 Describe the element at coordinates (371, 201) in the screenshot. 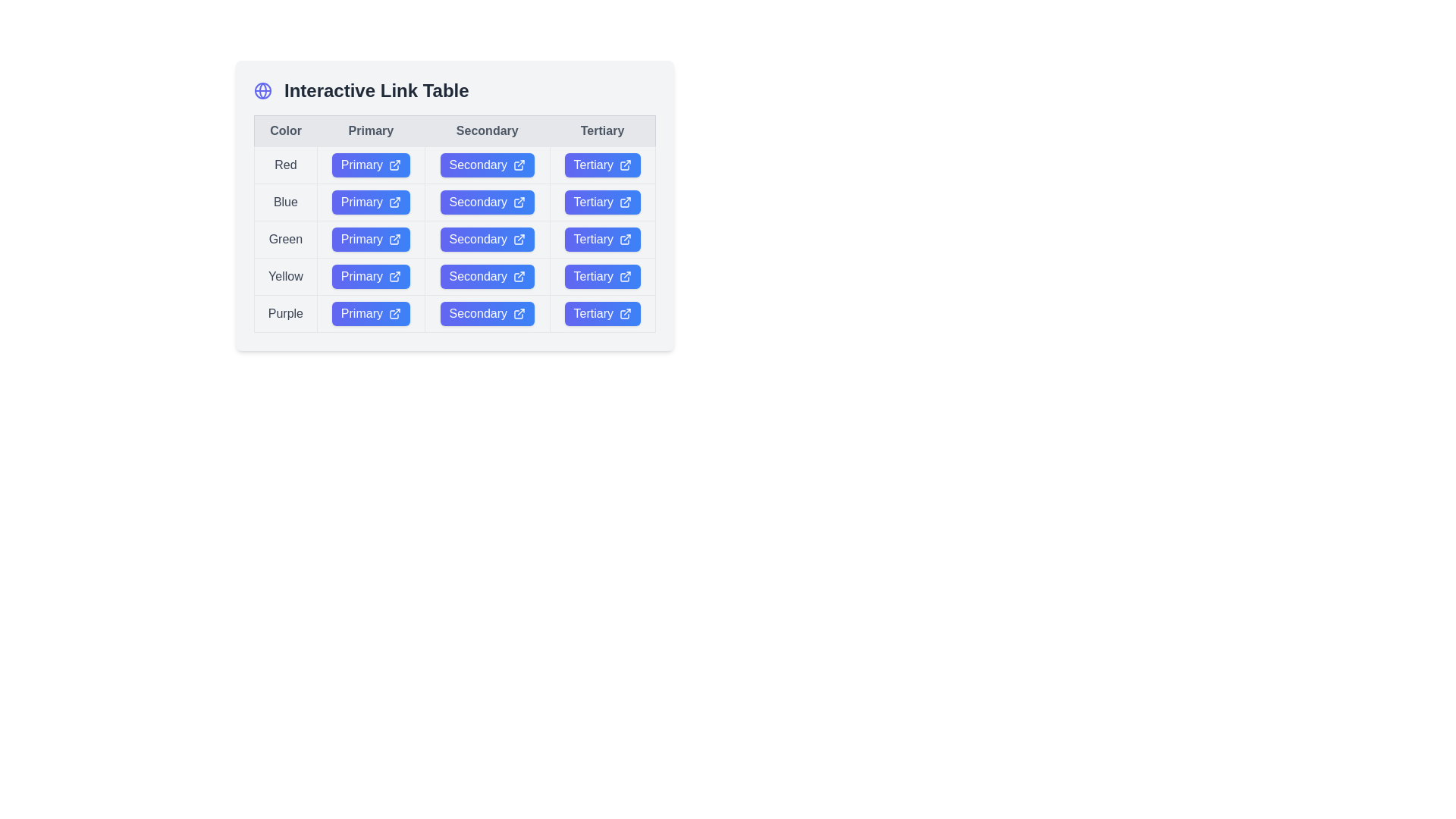

I see `the navigational button labeled 'Primary' located in the second row of the table under the 'Blue' color row` at that location.